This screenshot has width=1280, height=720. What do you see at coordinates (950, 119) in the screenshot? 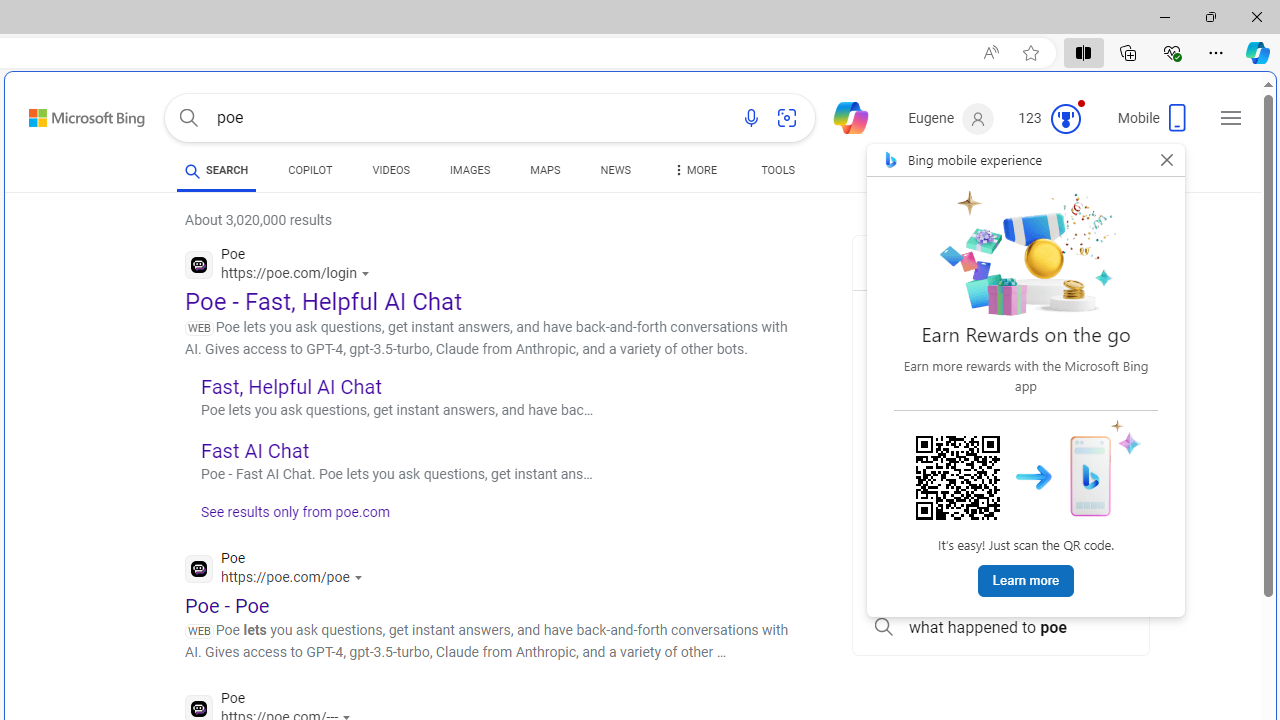
I see `'Eugene'` at bounding box center [950, 119].